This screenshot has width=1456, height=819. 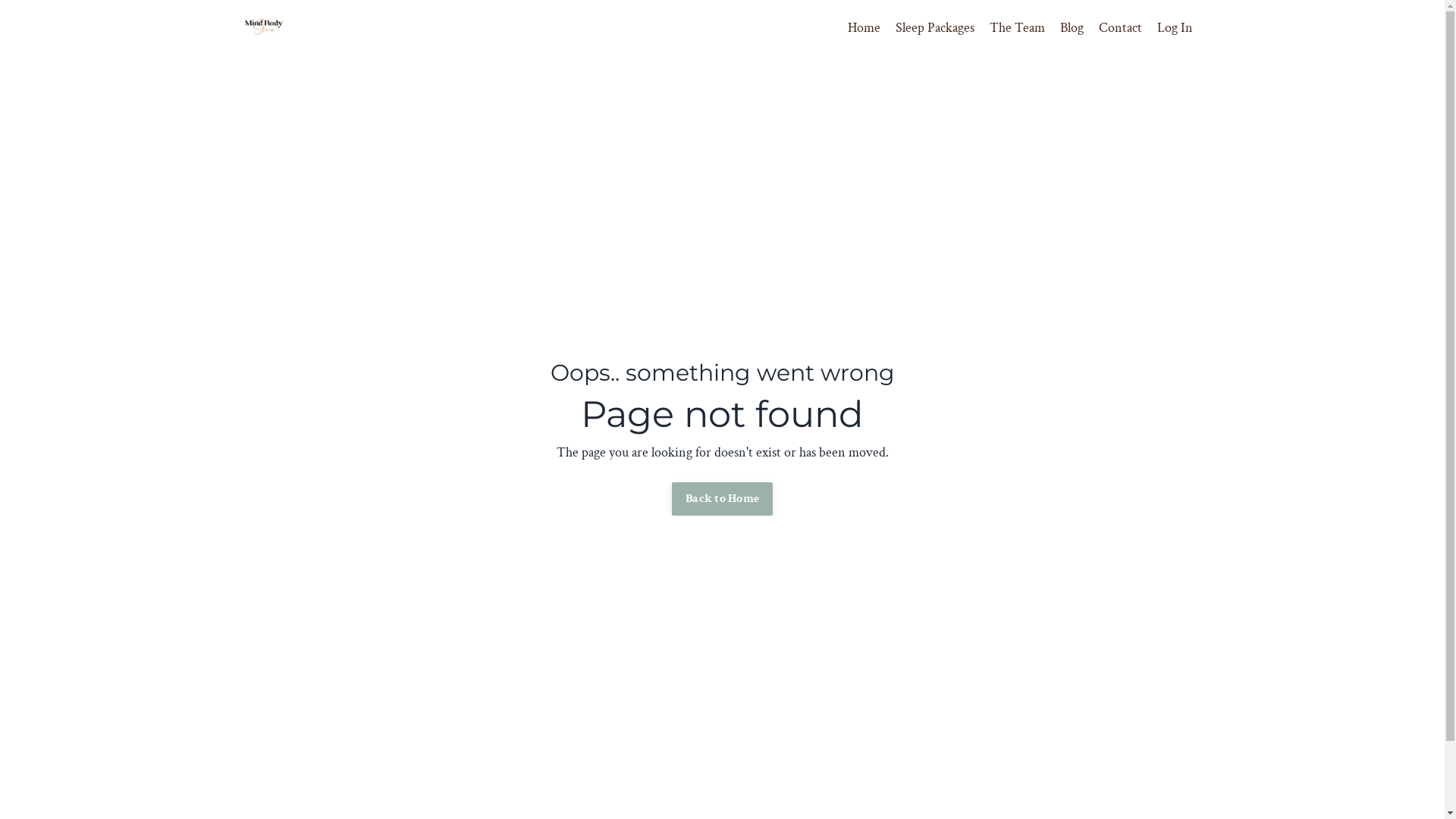 What do you see at coordinates (1071, 28) in the screenshot?
I see `'Blog'` at bounding box center [1071, 28].